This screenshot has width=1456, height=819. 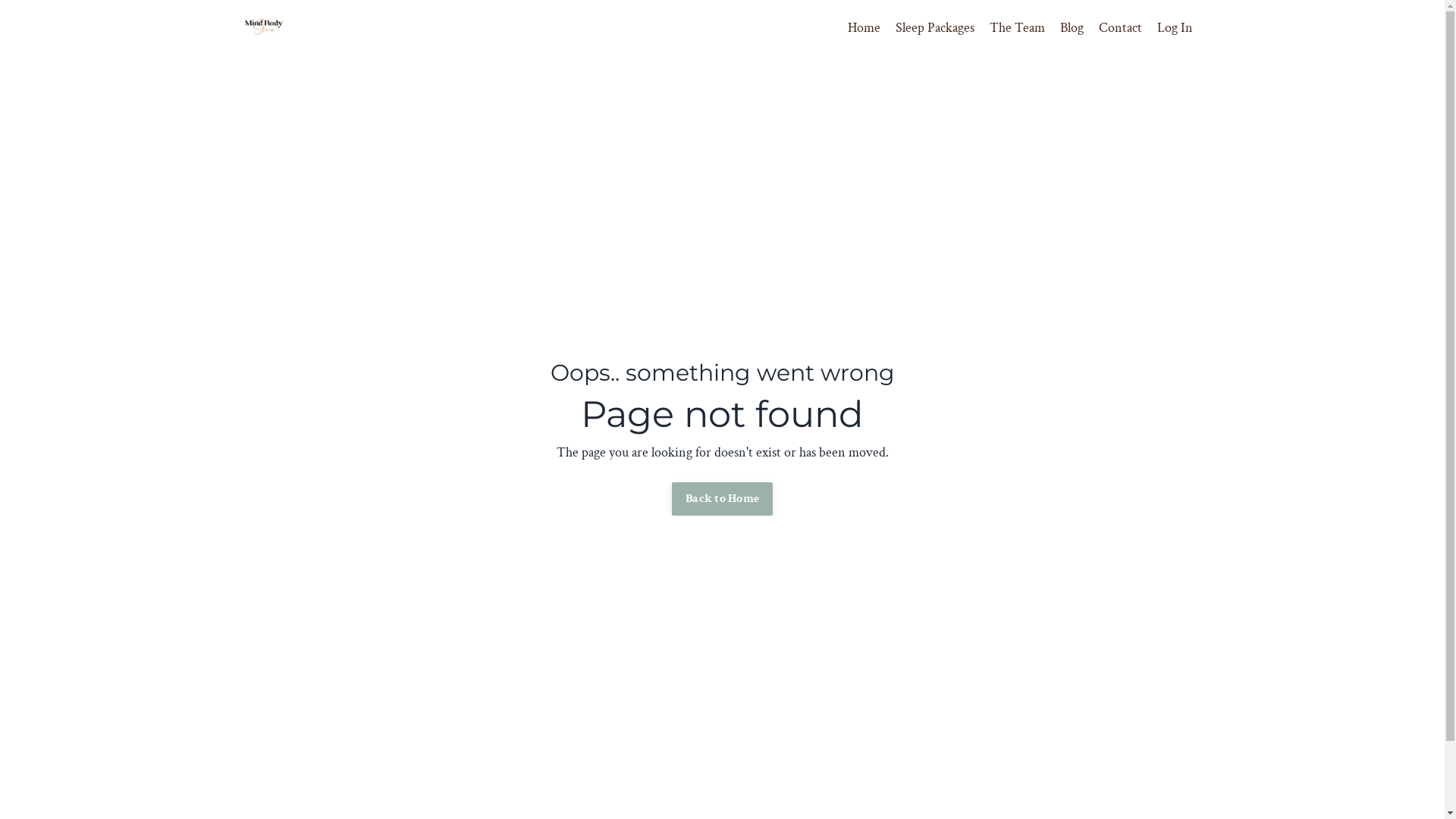 What do you see at coordinates (1071, 28) in the screenshot?
I see `'Blog'` at bounding box center [1071, 28].